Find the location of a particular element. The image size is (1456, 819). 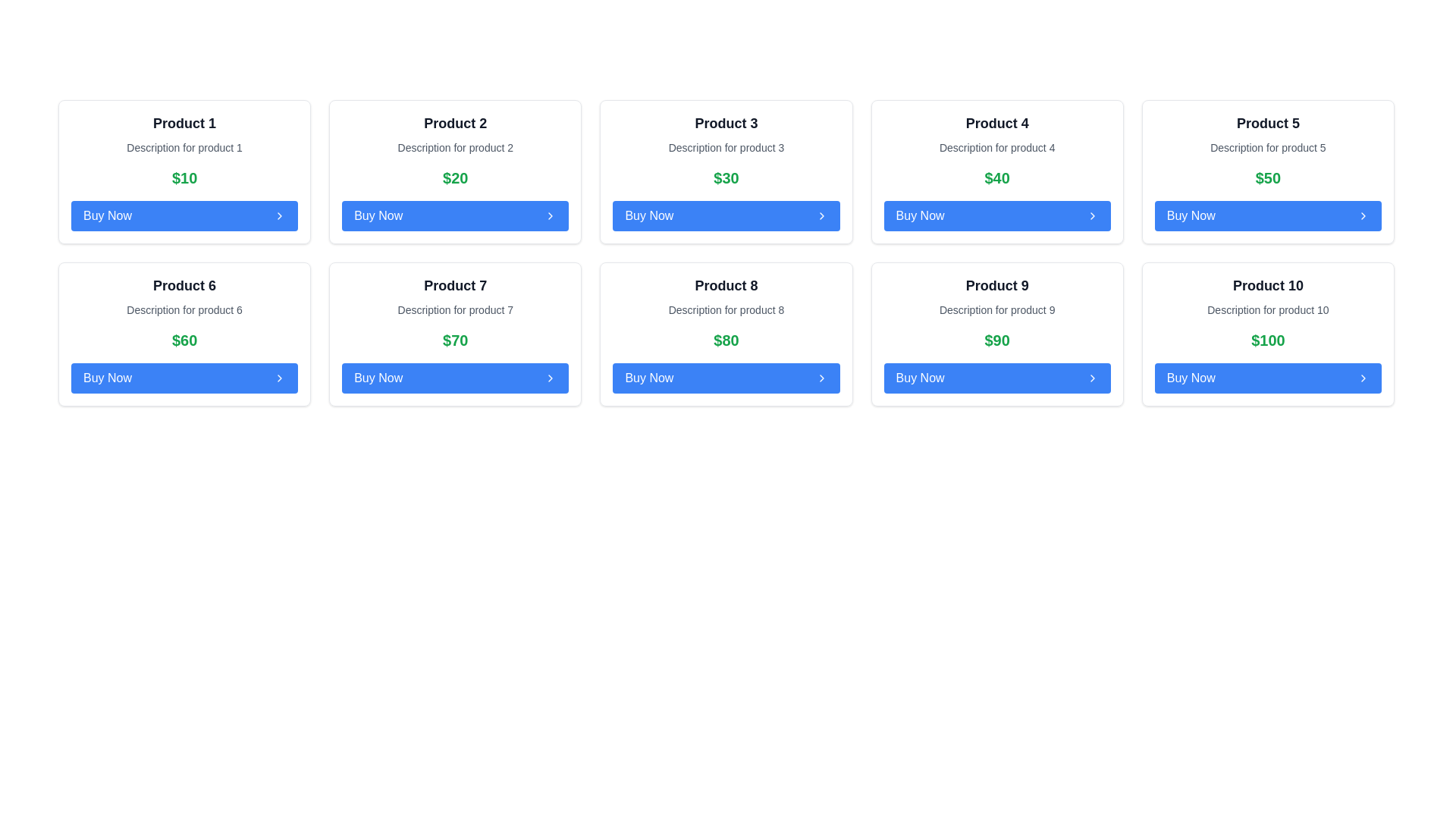

the 'Buy Now' button located in the top left product card to initiate the purchase process is located at coordinates (280, 216).